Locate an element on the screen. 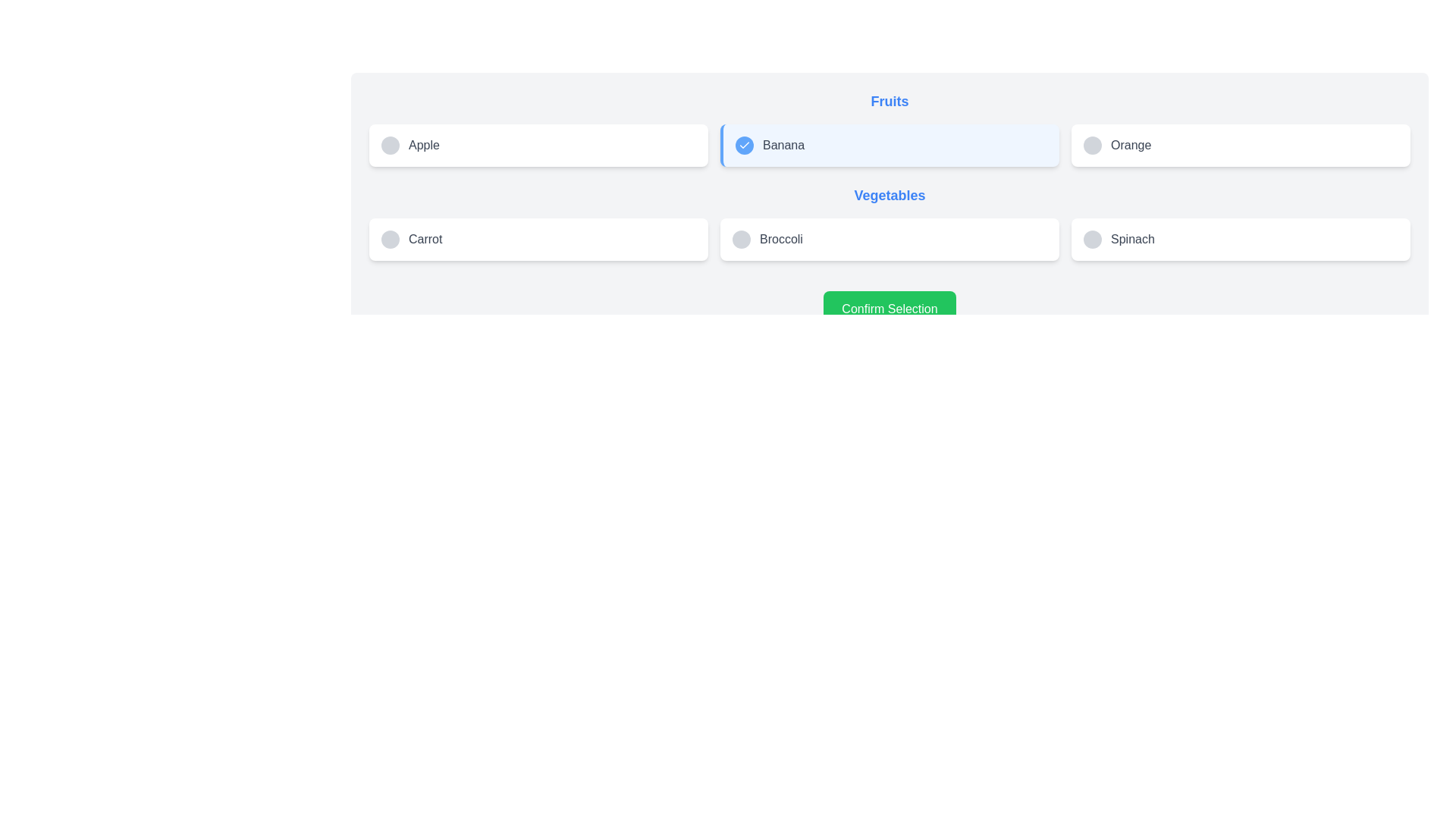 This screenshot has width=1456, height=819. the selectable option labeled 'Apple' located in the first row and first column of the grid is located at coordinates (538, 146).